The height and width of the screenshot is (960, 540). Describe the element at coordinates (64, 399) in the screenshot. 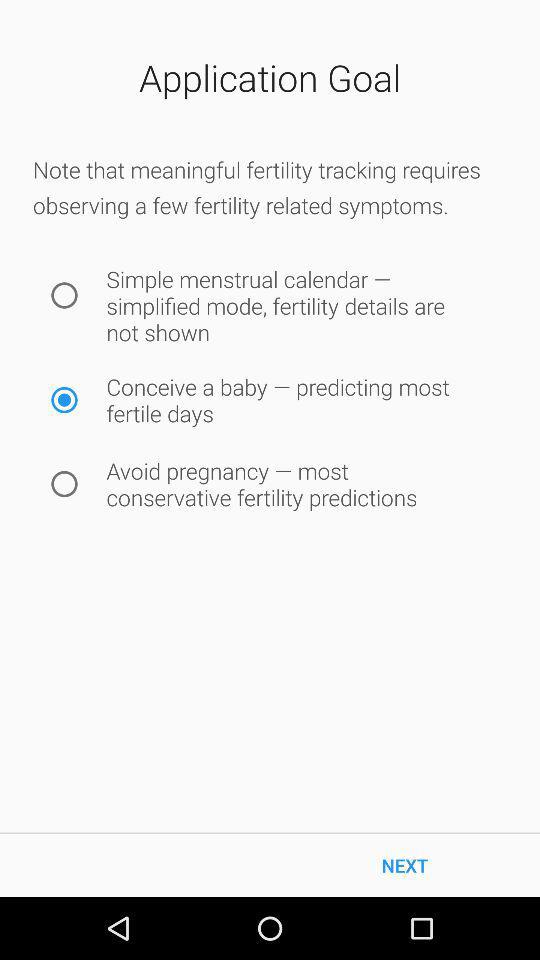

I see `icon next to the conceive a baby icon` at that location.